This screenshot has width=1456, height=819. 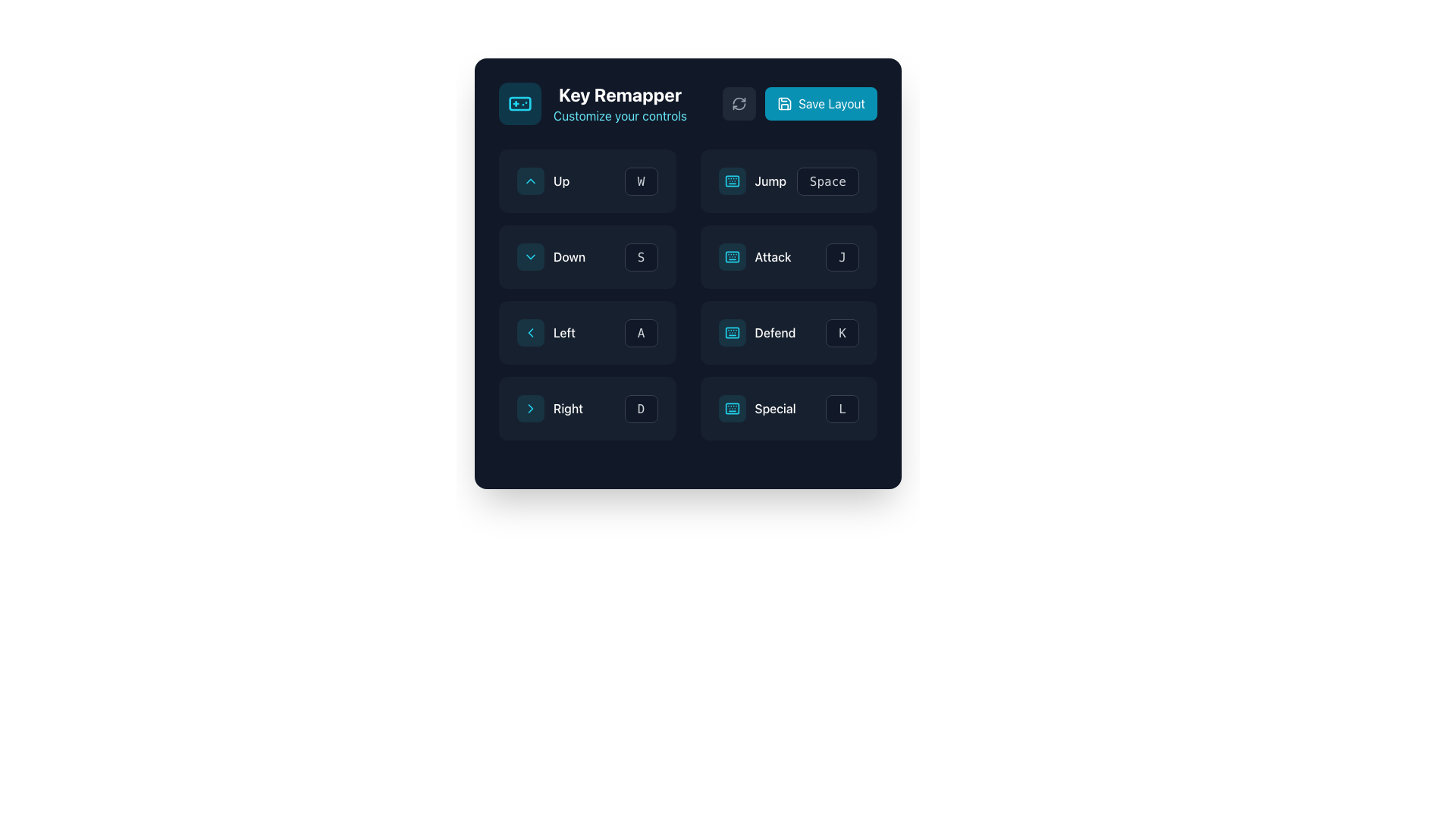 What do you see at coordinates (531, 408) in the screenshot?
I see `the chevron icon located to the left of the 'Right' text and above the key label 'D' in the bottom-left region of the interface` at bounding box center [531, 408].